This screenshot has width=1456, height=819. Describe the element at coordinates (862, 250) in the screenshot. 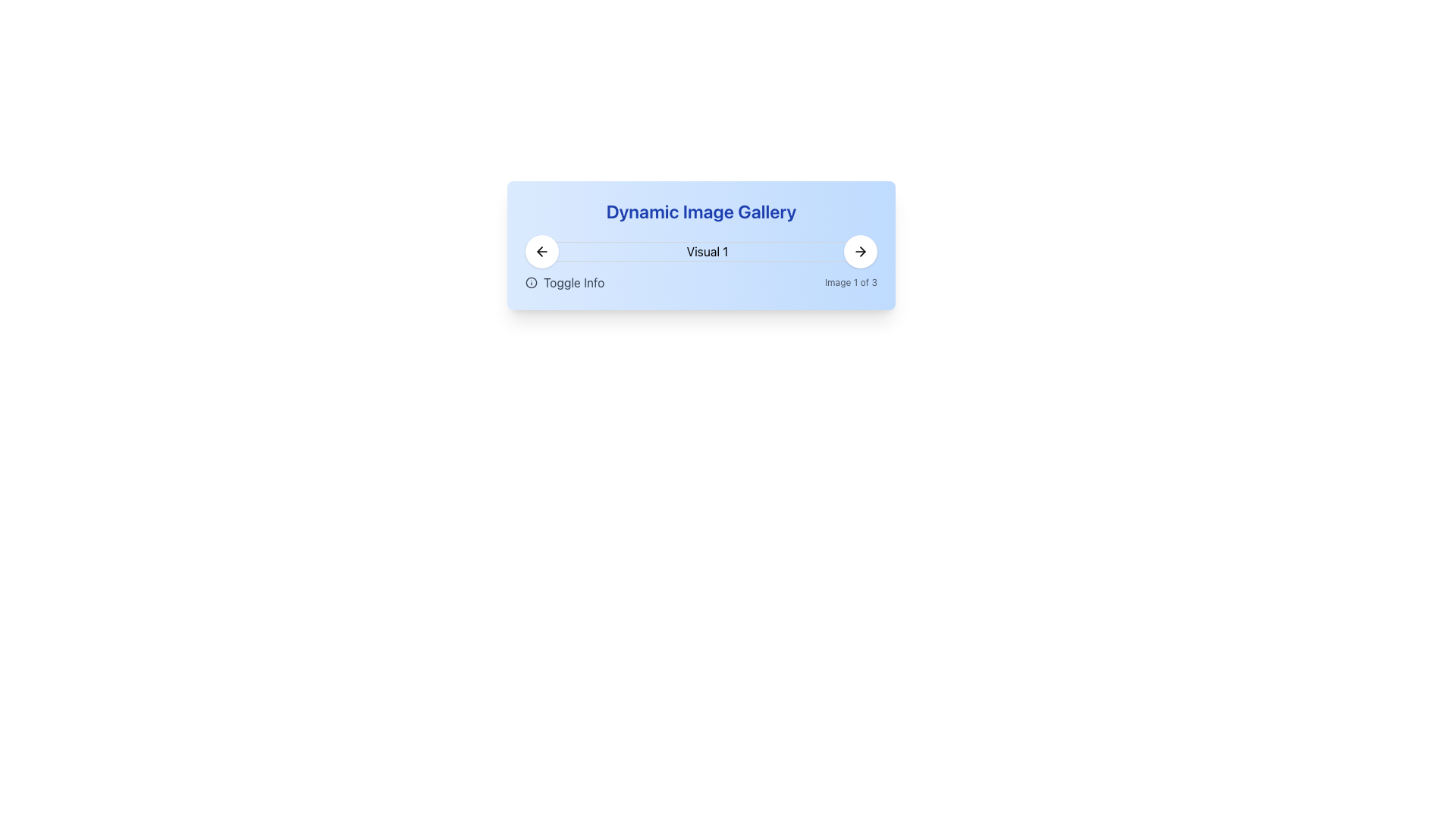

I see `the rightward arrow icon located at the top right side of the rectangular card` at that location.